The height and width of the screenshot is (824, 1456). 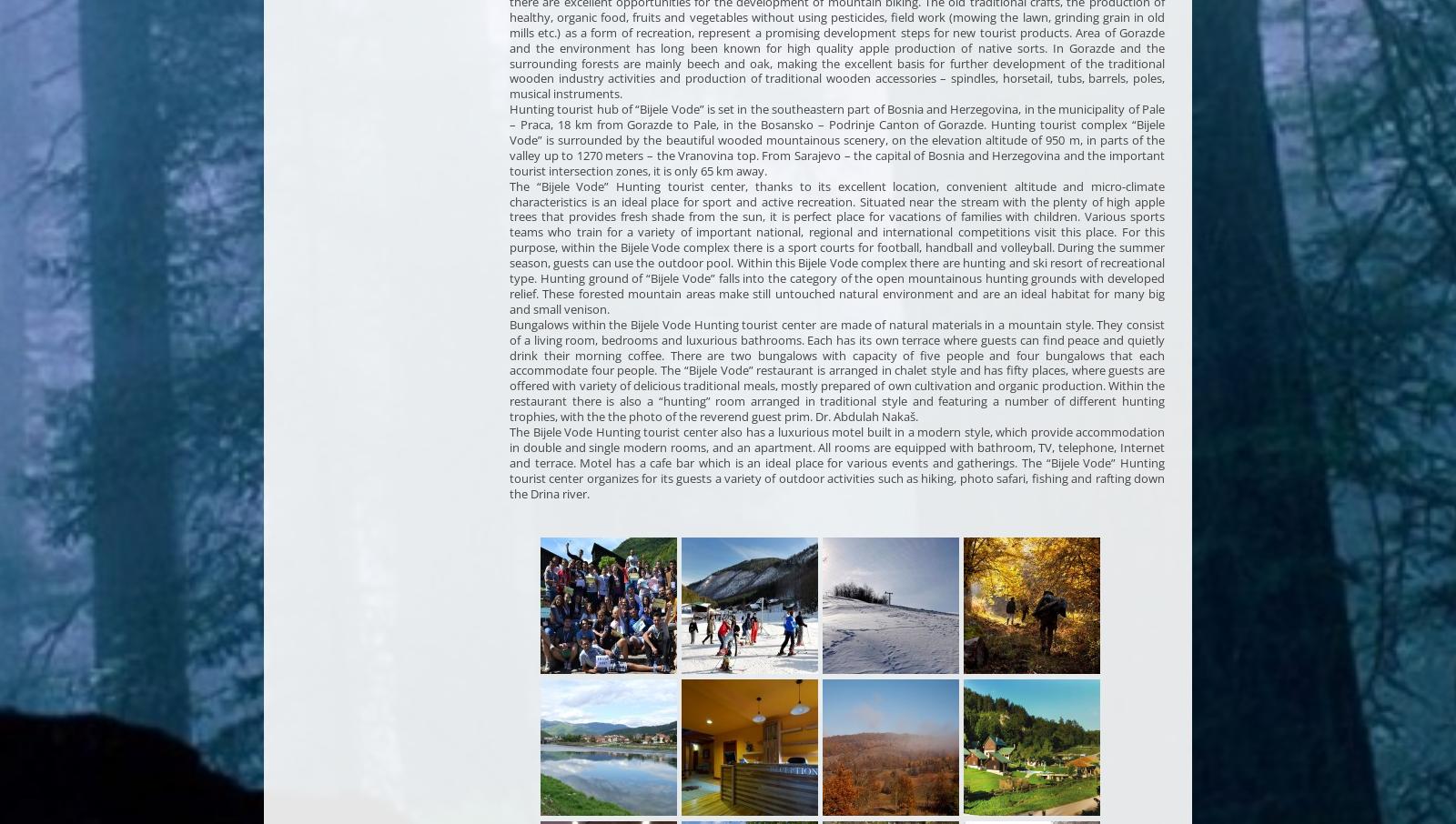 What do you see at coordinates (1026, 15) in the screenshot?
I see `'mowing the lawn, grinding'` at bounding box center [1026, 15].